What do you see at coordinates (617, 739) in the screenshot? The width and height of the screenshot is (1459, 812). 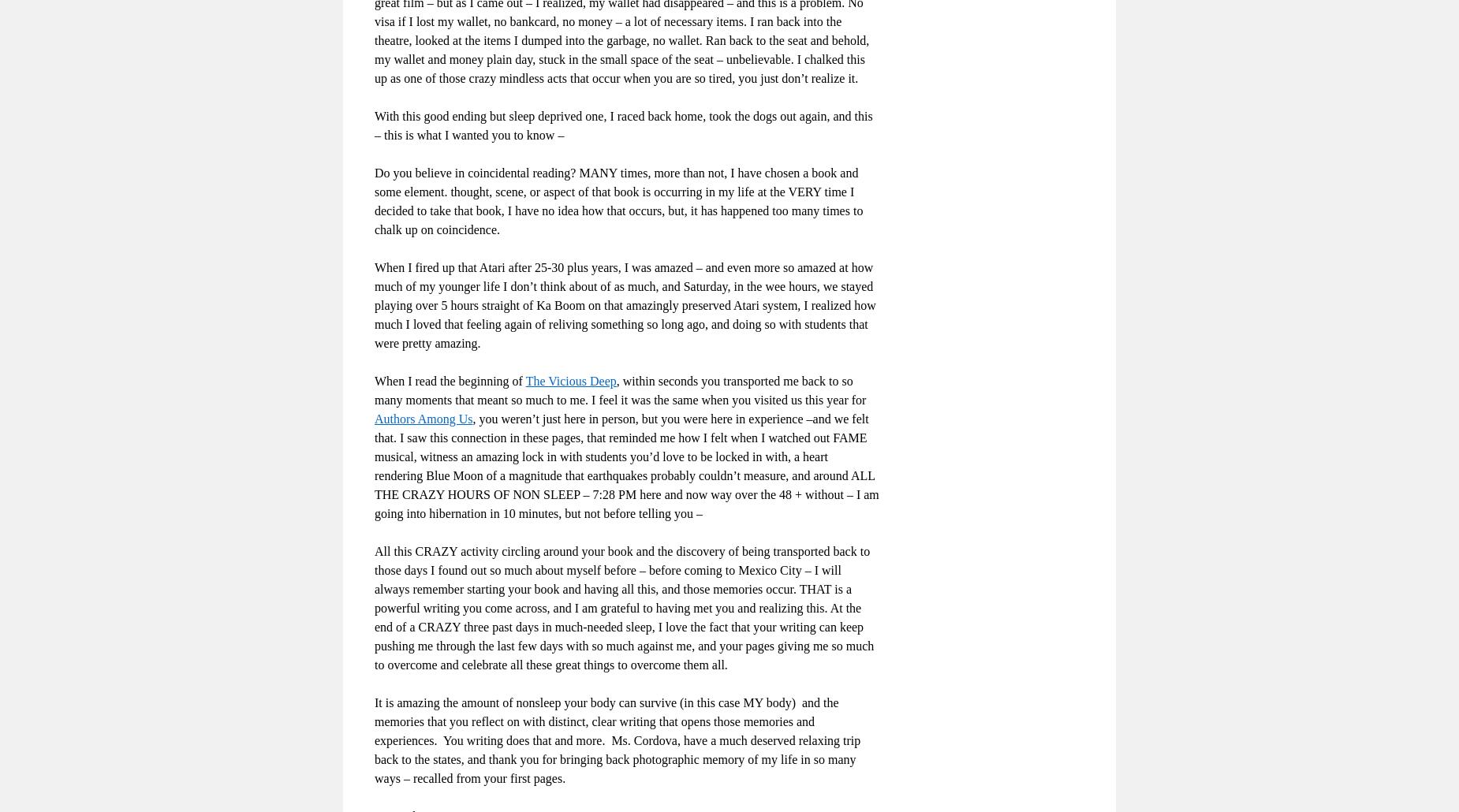 I see `'It is amazing the amount of nonsleep your body can survive (in this case MY body)  and the memories that you reflect on with distinct, clear writing that opens those memories and experiences.  You writing does that and more.  Ms. Cordova, have a much deserved relaxing trip back to the states, and thank you for bringing back photographic memory of my life in so many ways – recalled from your first pages.'` at bounding box center [617, 739].